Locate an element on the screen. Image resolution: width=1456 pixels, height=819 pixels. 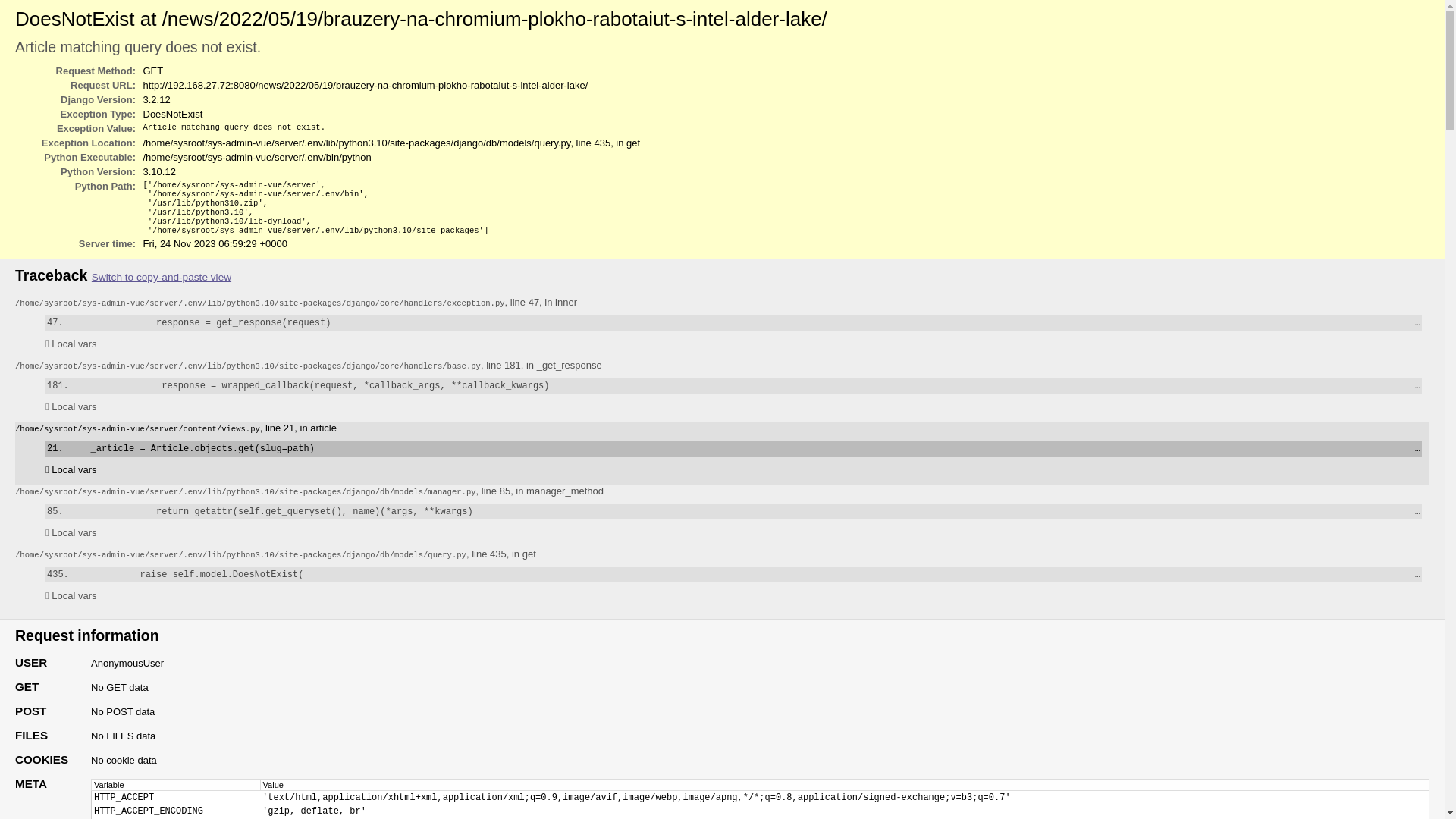
'Switch to copy-and-paste view' is located at coordinates (161, 277).